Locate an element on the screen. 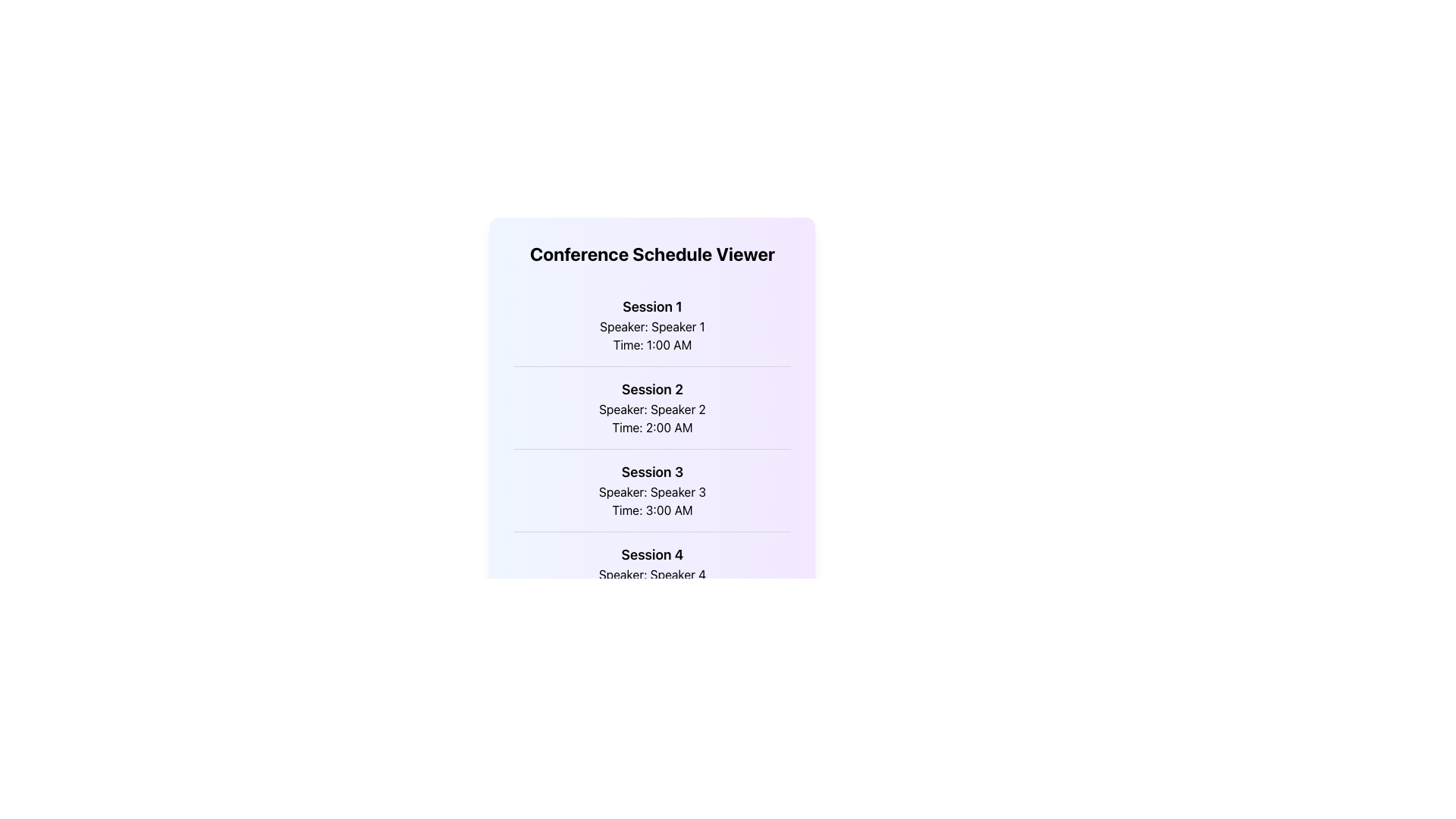 This screenshot has width=1456, height=819. the Text Label that specifies the name of the speaker for the respective session, located between 'Session 1' and 'Time: 1:00 AM' is located at coordinates (652, 326).